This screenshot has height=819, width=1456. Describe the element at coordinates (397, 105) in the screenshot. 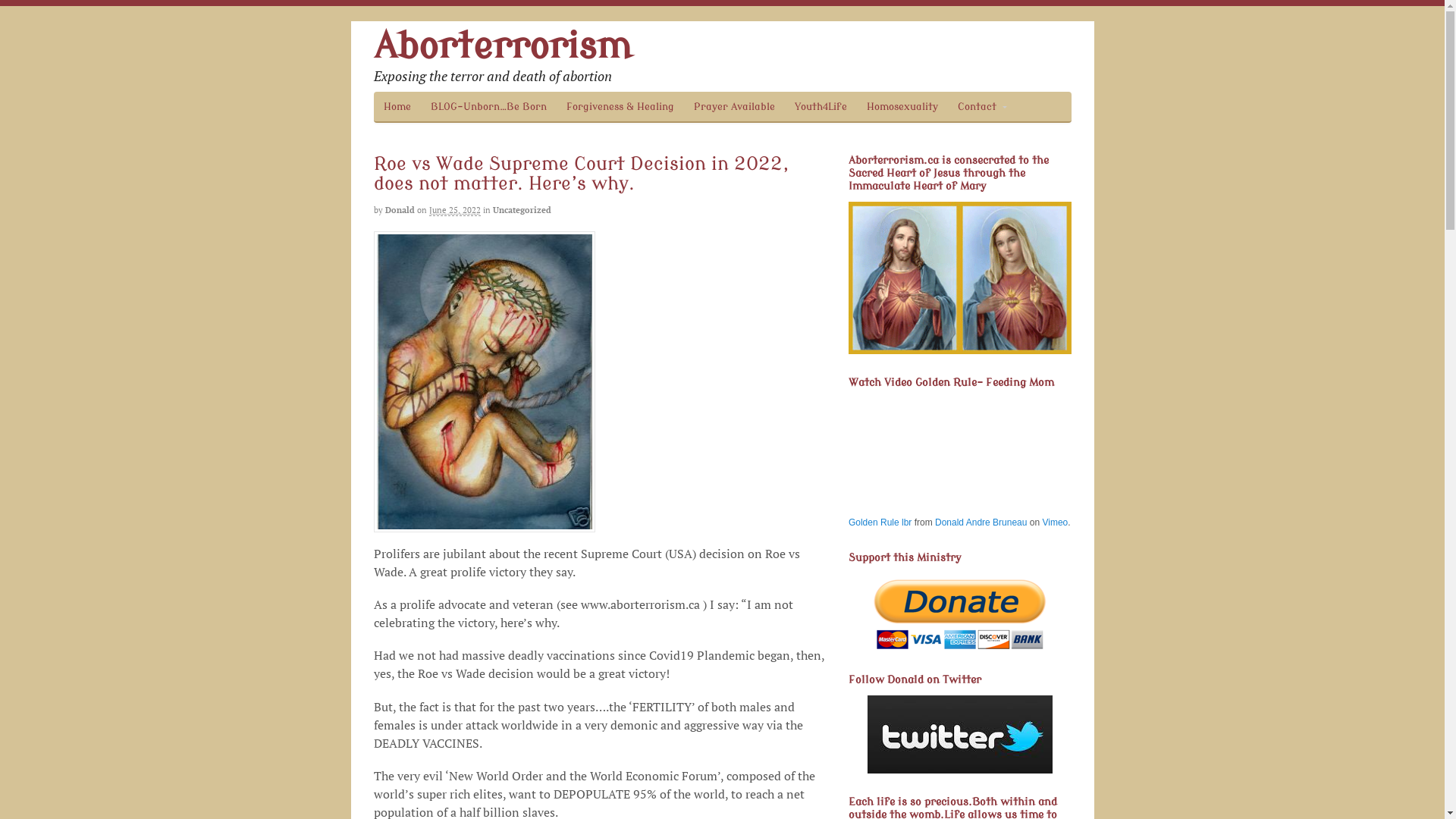

I see `'Home'` at that location.